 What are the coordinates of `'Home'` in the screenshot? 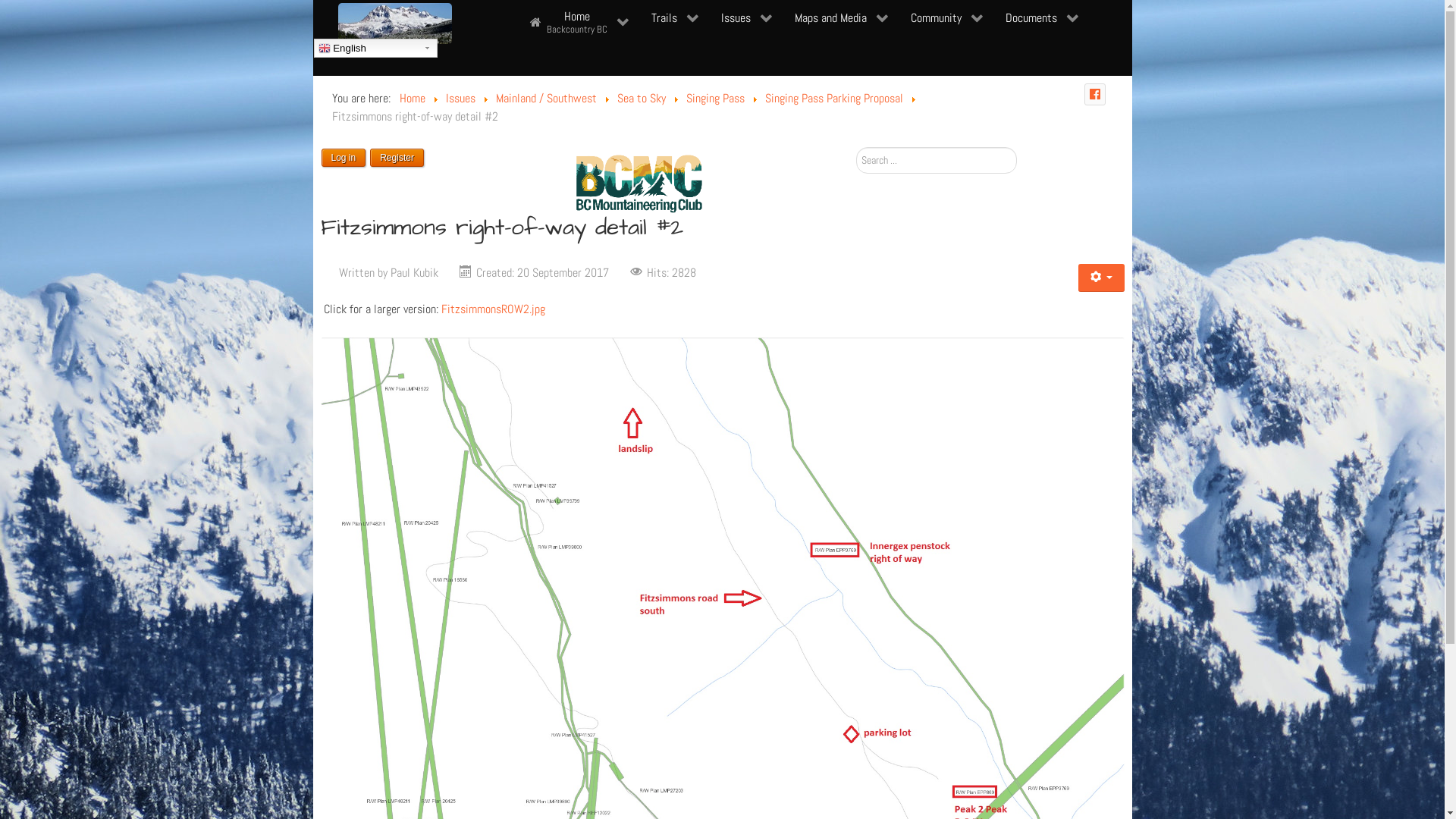 It's located at (411, 98).